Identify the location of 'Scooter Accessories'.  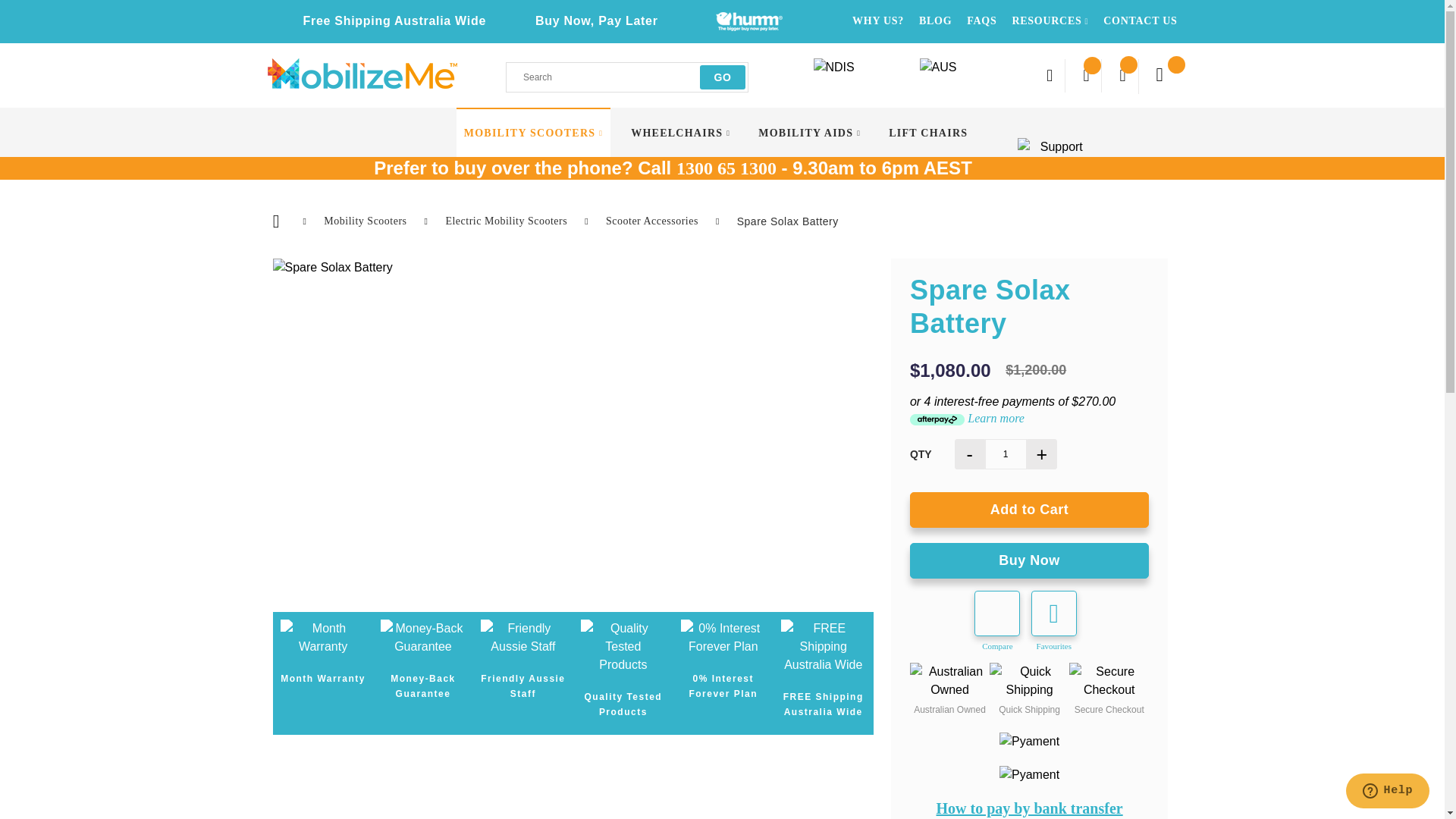
(604, 221).